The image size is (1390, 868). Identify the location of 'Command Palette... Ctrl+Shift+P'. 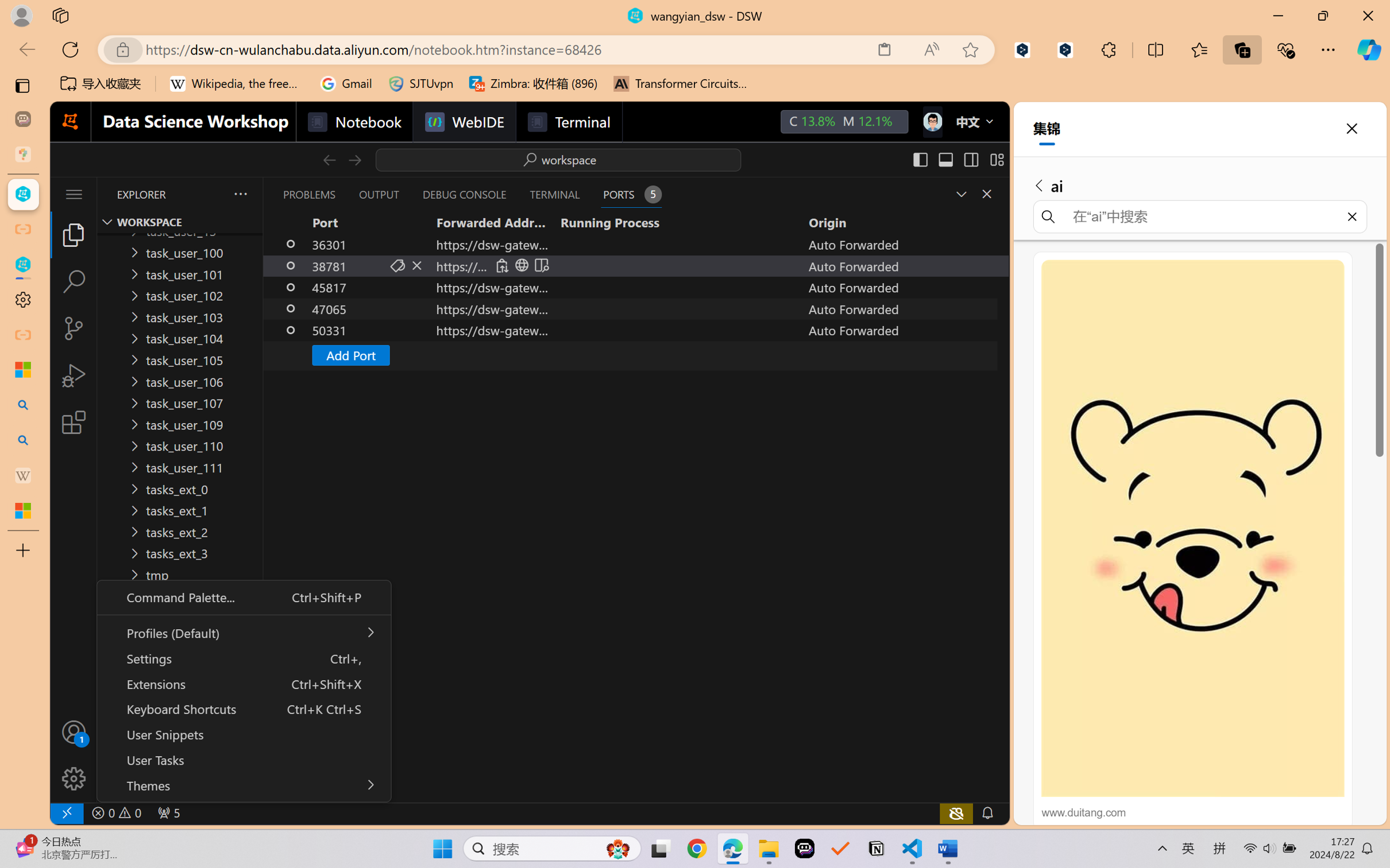
(243, 597).